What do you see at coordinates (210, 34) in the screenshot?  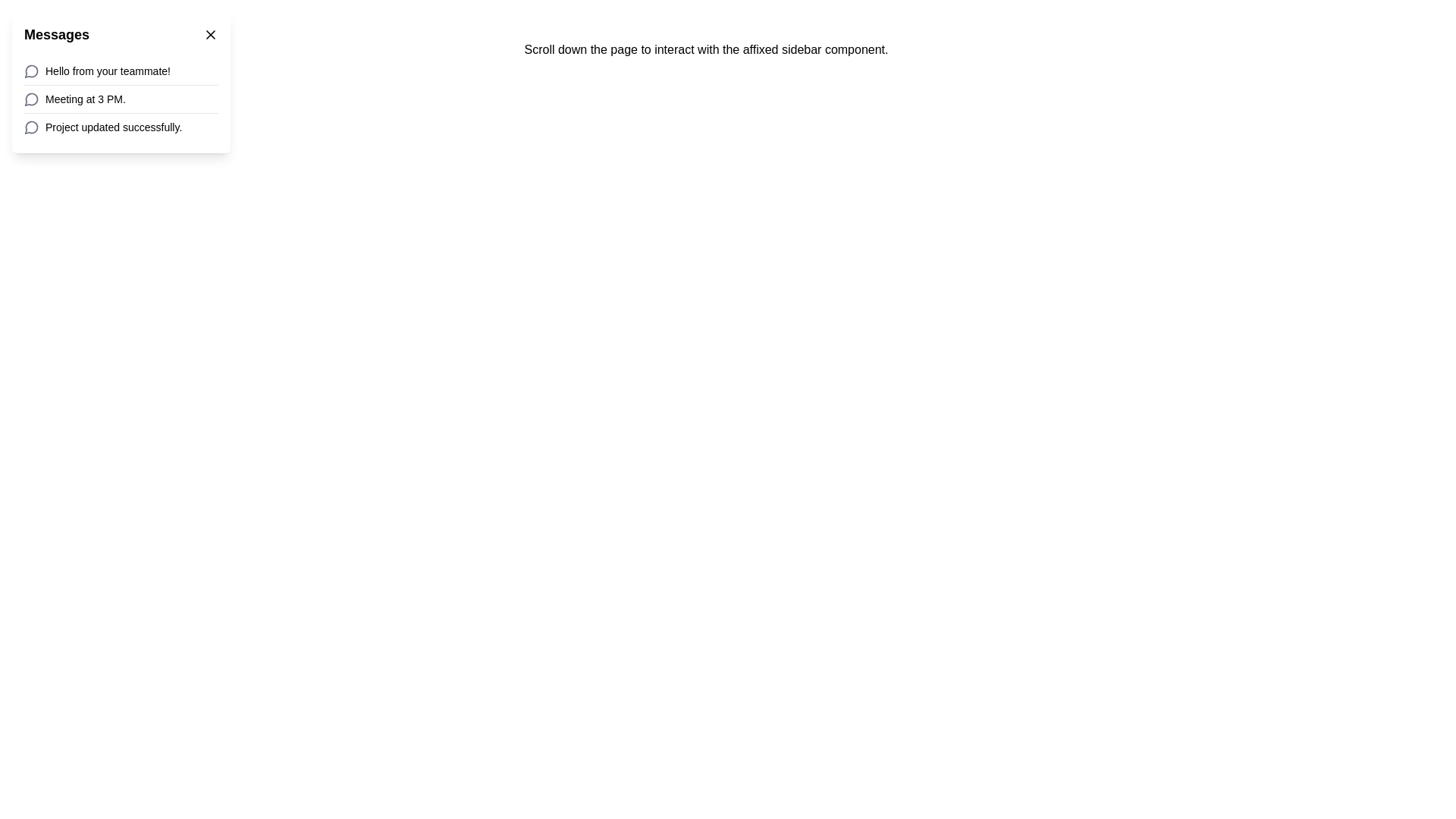 I see `the center of the cross icon located in the top right corner of the 'Messages' section` at bounding box center [210, 34].